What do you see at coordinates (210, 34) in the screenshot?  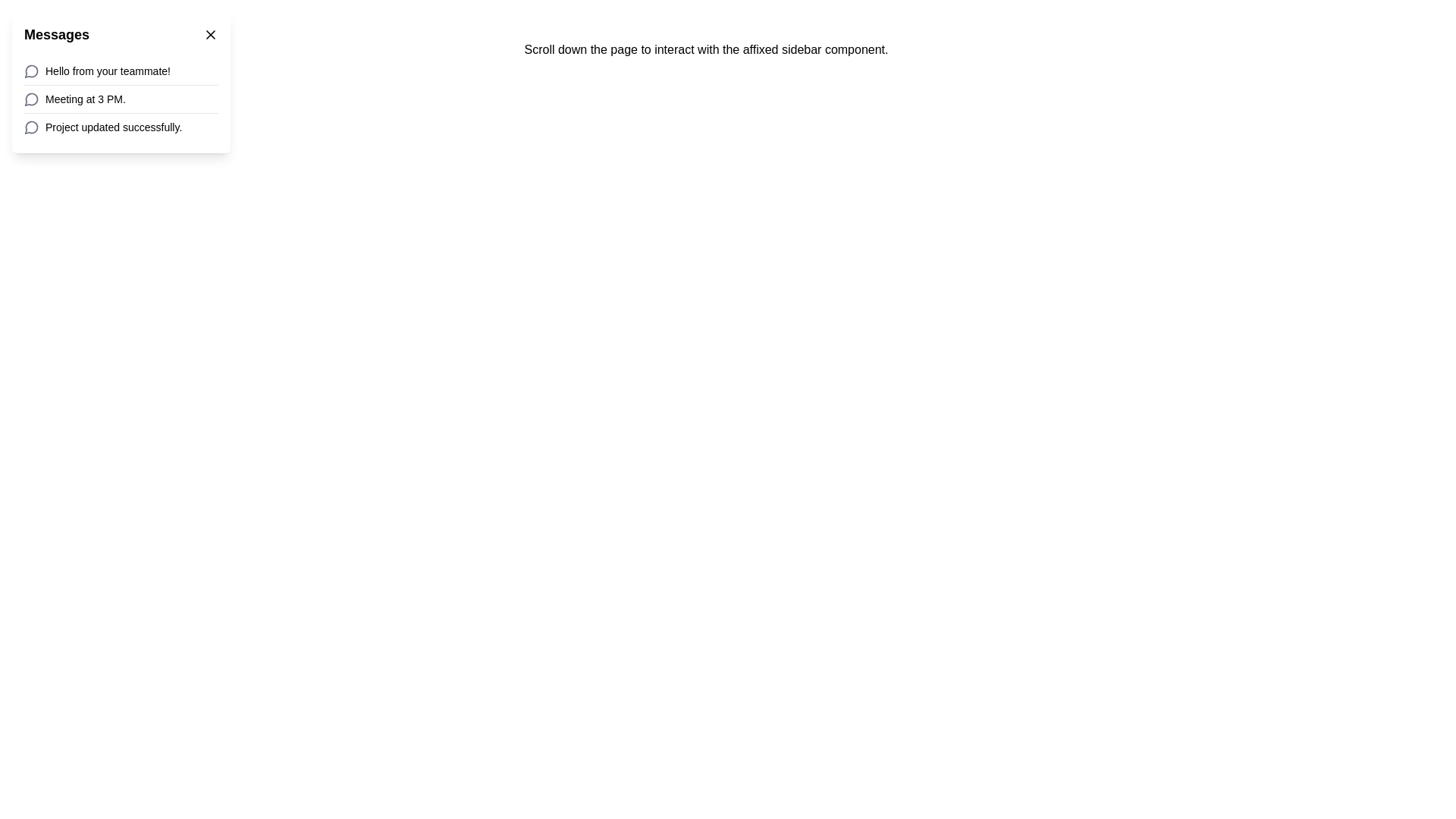 I see `the center of the cross icon located in the top right corner of the 'Messages' section` at bounding box center [210, 34].